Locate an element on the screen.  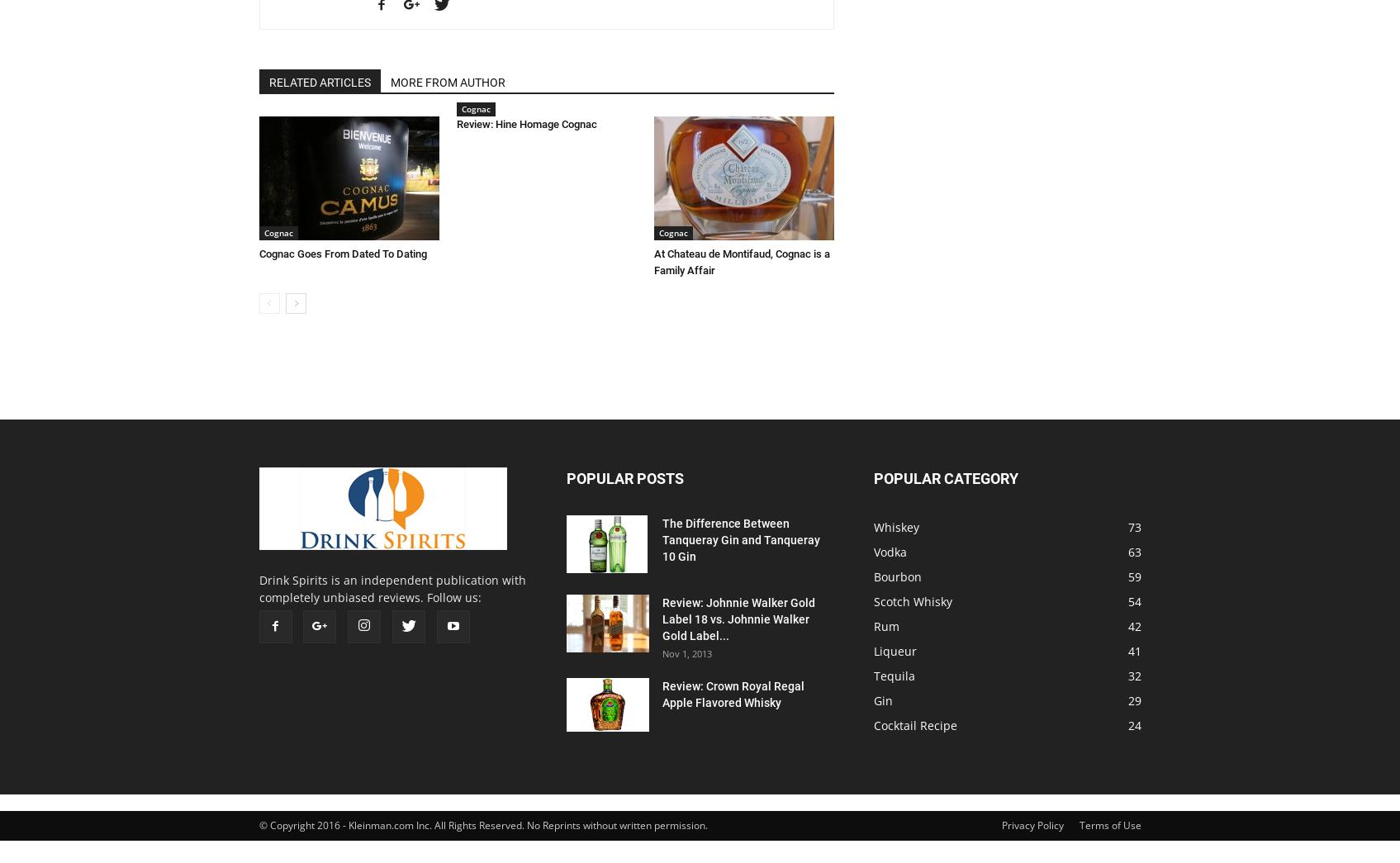
'32' is located at coordinates (1132, 675).